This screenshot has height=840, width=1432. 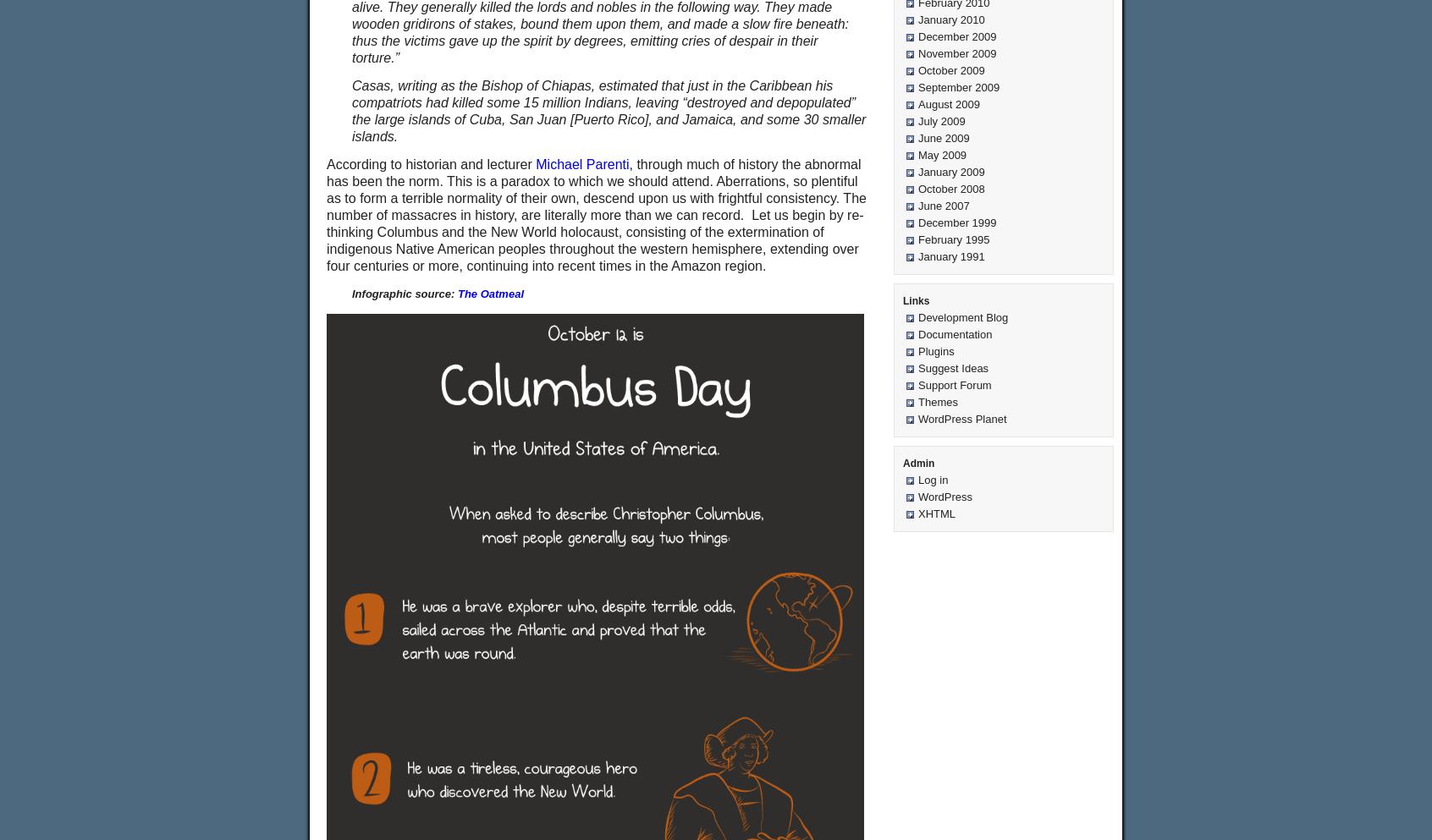 What do you see at coordinates (957, 86) in the screenshot?
I see `'September 2009'` at bounding box center [957, 86].